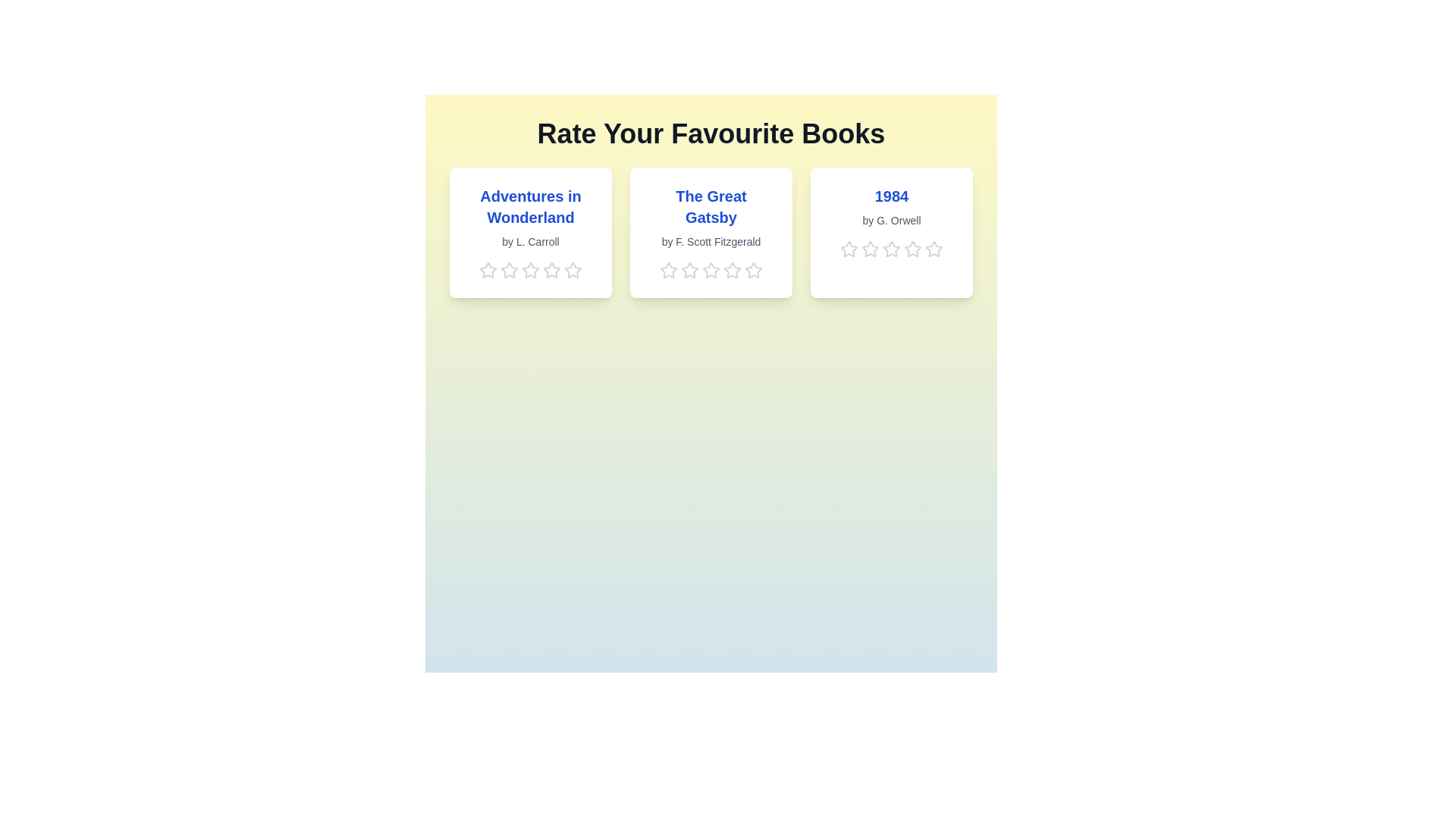 Image resolution: width=1456 pixels, height=819 pixels. What do you see at coordinates (732, 270) in the screenshot?
I see `the 4 star for the book titled 'The Great Gatsby'` at bounding box center [732, 270].